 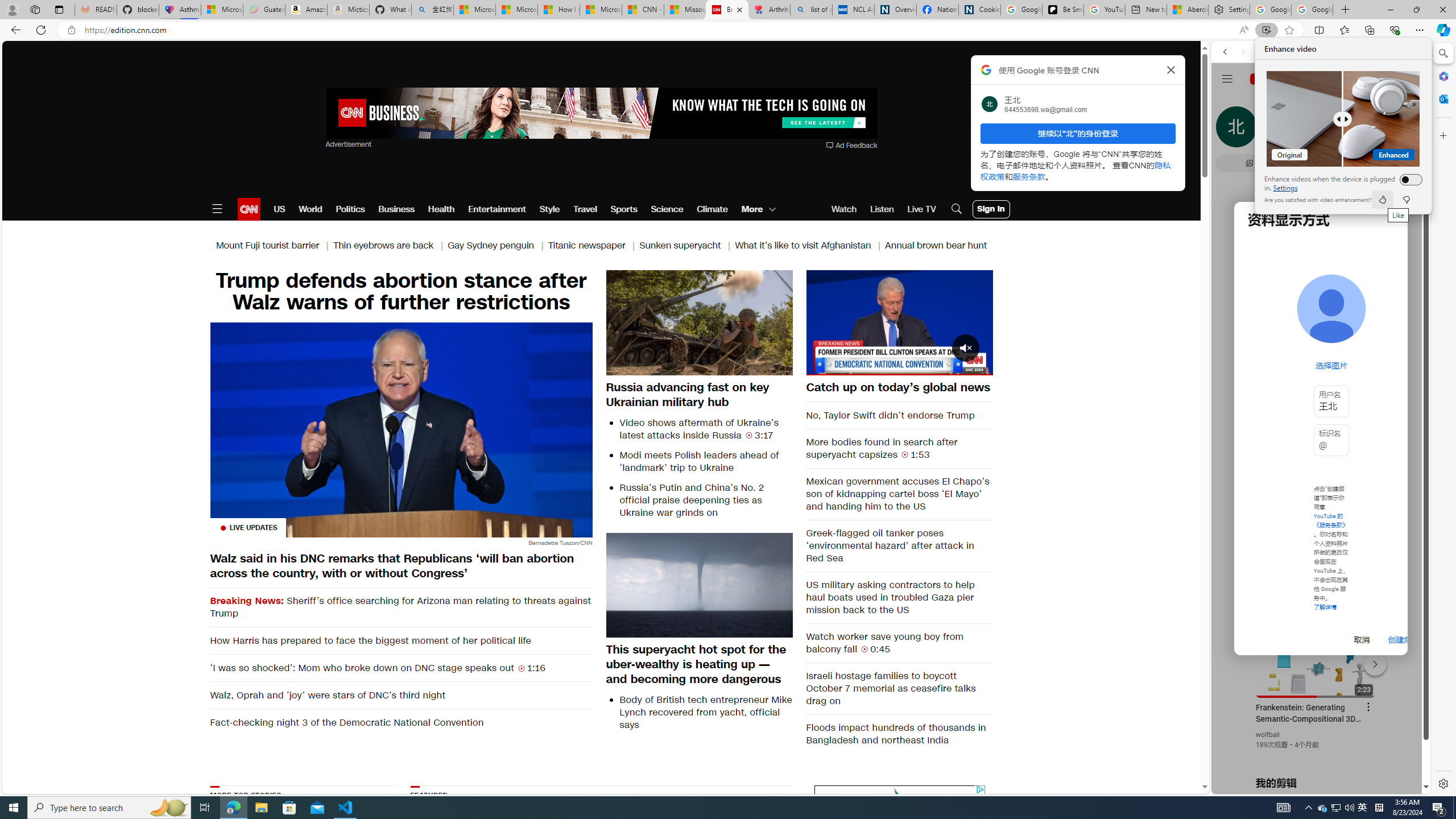 What do you see at coordinates (1230, 130) in the screenshot?
I see `'WEB  '` at bounding box center [1230, 130].